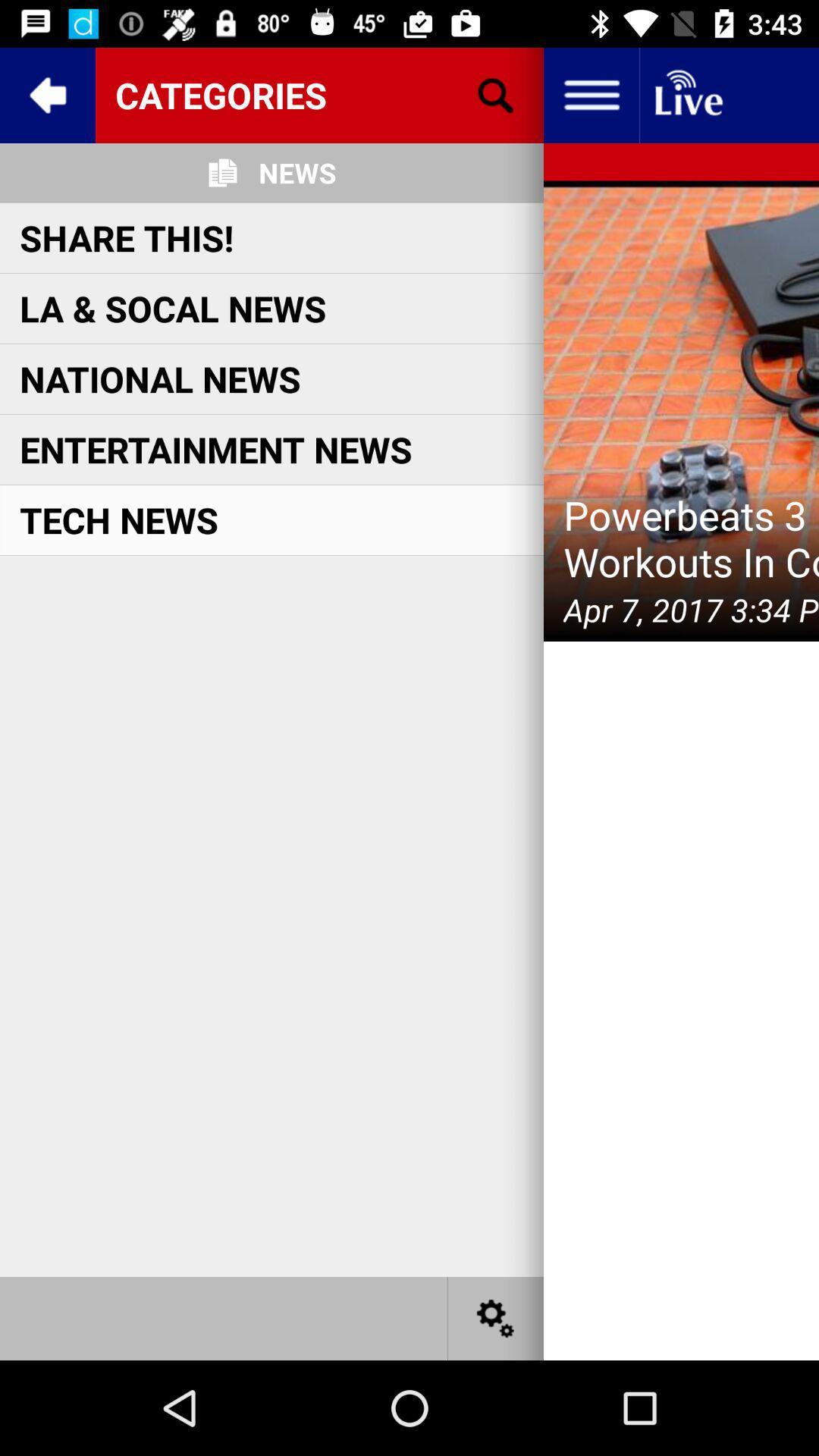 The width and height of the screenshot is (819, 1456). What do you see at coordinates (160, 378) in the screenshot?
I see `the national news item` at bounding box center [160, 378].